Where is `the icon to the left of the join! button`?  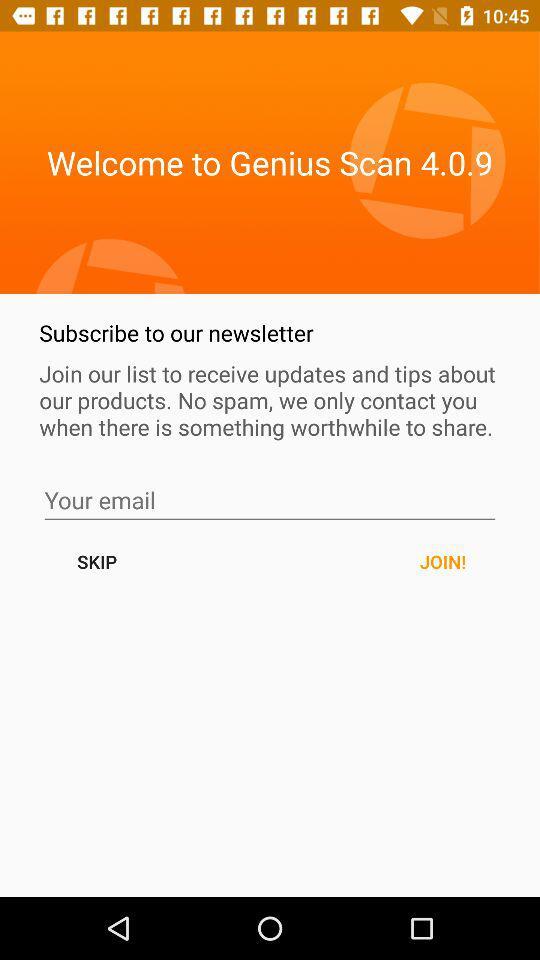 the icon to the left of the join! button is located at coordinates (96, 561).